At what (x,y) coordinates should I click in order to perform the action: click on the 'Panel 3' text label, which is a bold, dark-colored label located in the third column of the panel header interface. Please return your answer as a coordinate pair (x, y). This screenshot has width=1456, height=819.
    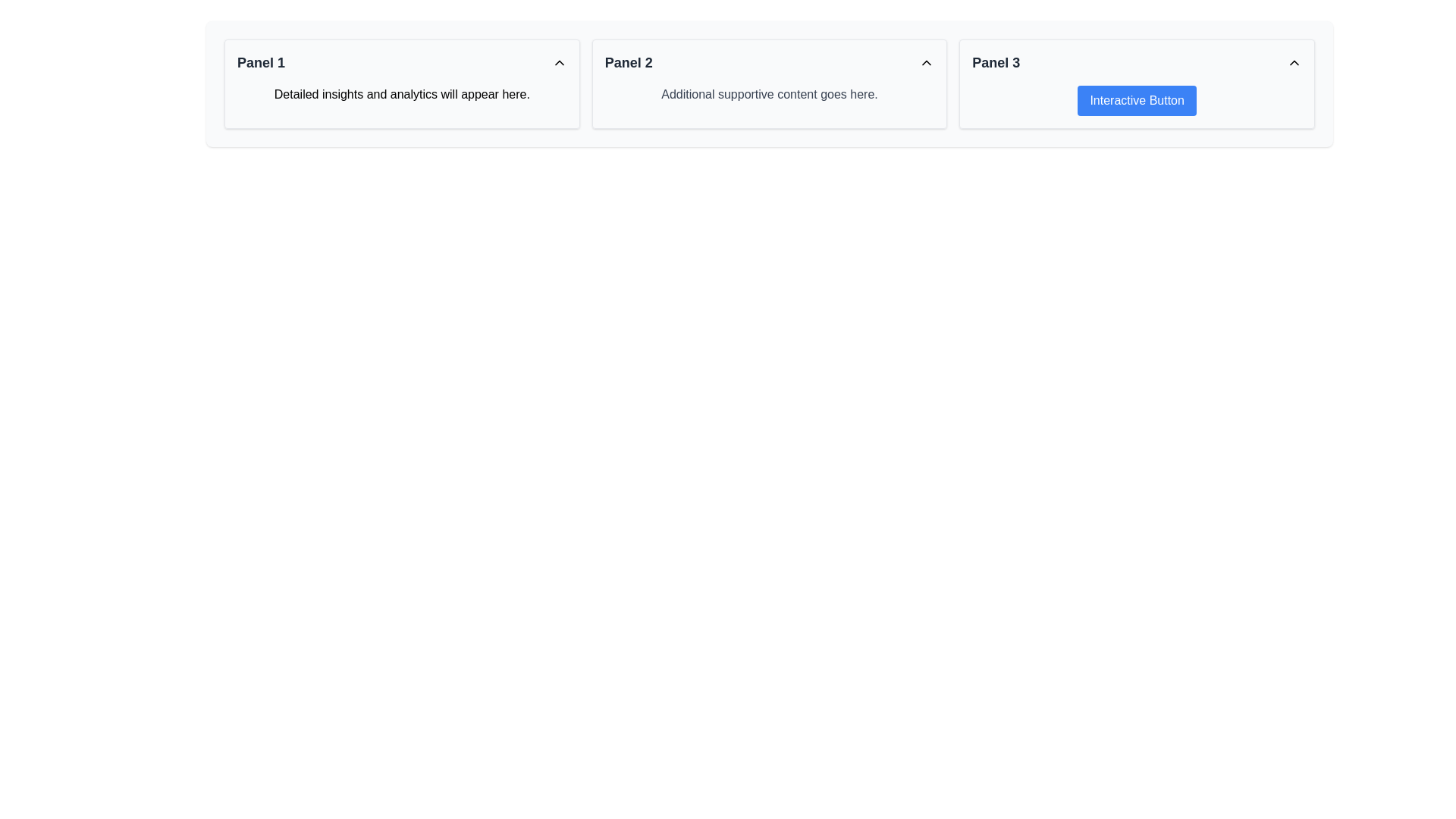
    Looking at the image, I should click on (996, 62).